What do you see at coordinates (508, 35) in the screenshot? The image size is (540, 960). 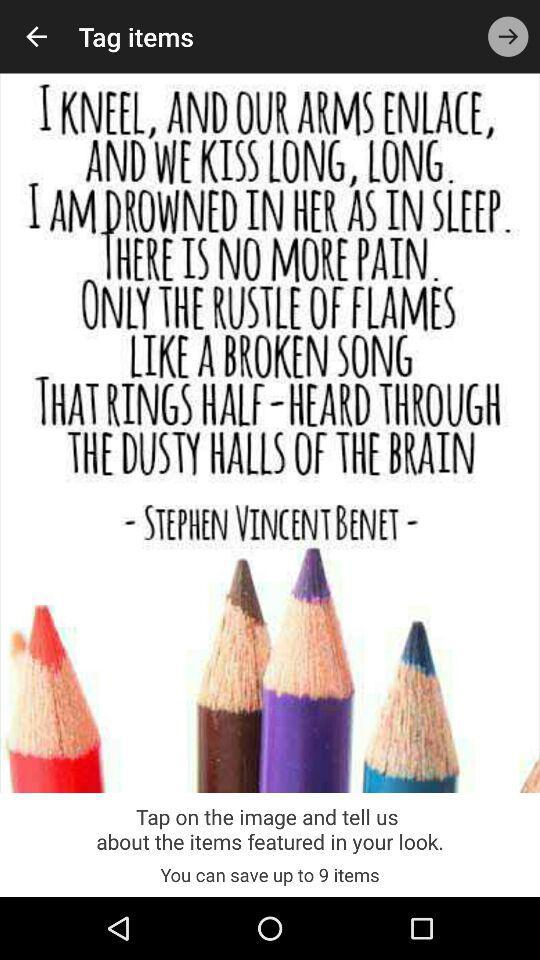 I see `icon at the top right corner` at bounding box center [508, 35].